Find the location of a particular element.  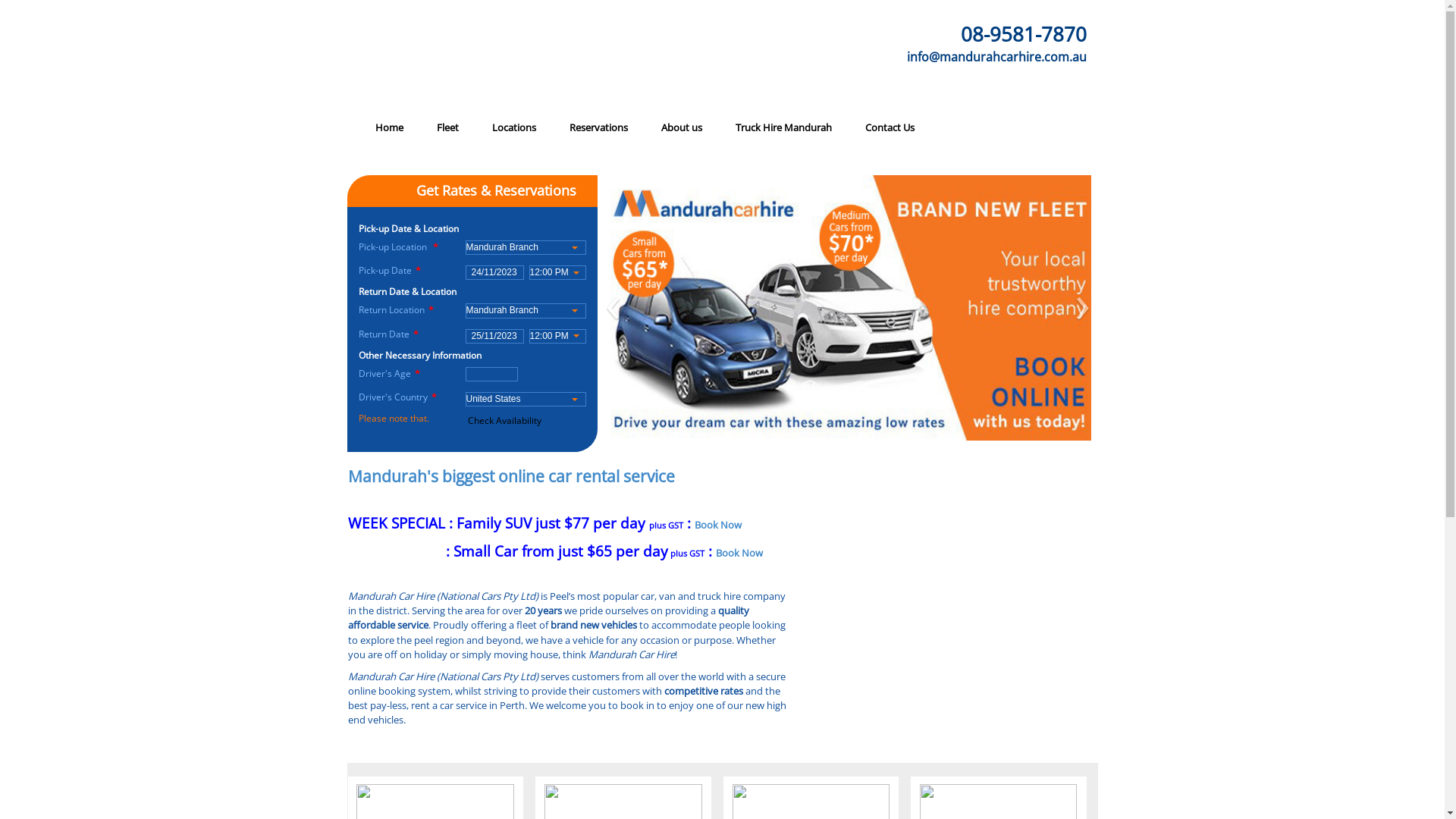

'Truck Hire Mandurah' is located at coordinates (783, 127).